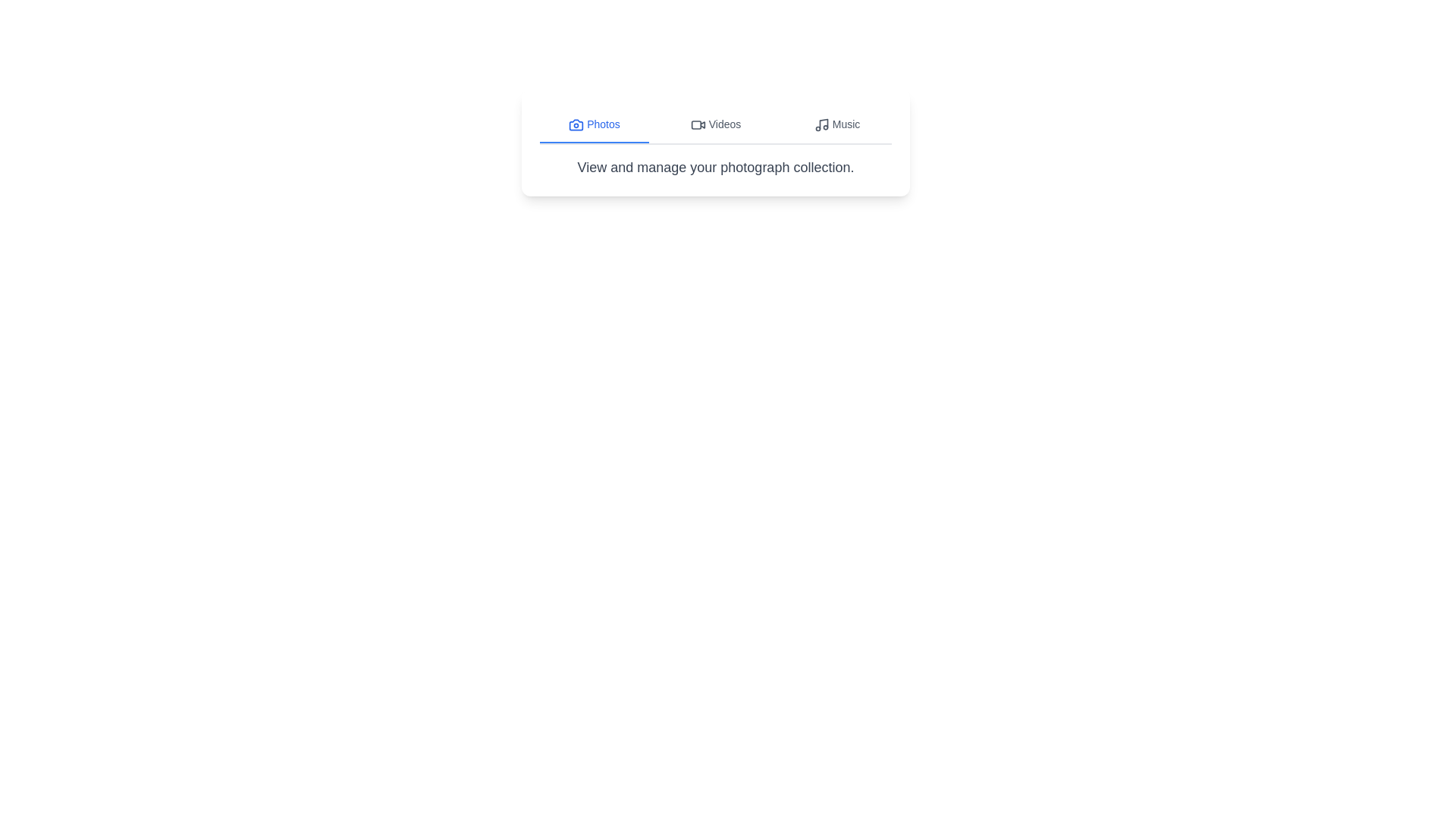 Image resolution: width=1456 pixels, height=819 pixels. I want to click on the Music tab by clicking on the respective tab button, so click(836, 124).